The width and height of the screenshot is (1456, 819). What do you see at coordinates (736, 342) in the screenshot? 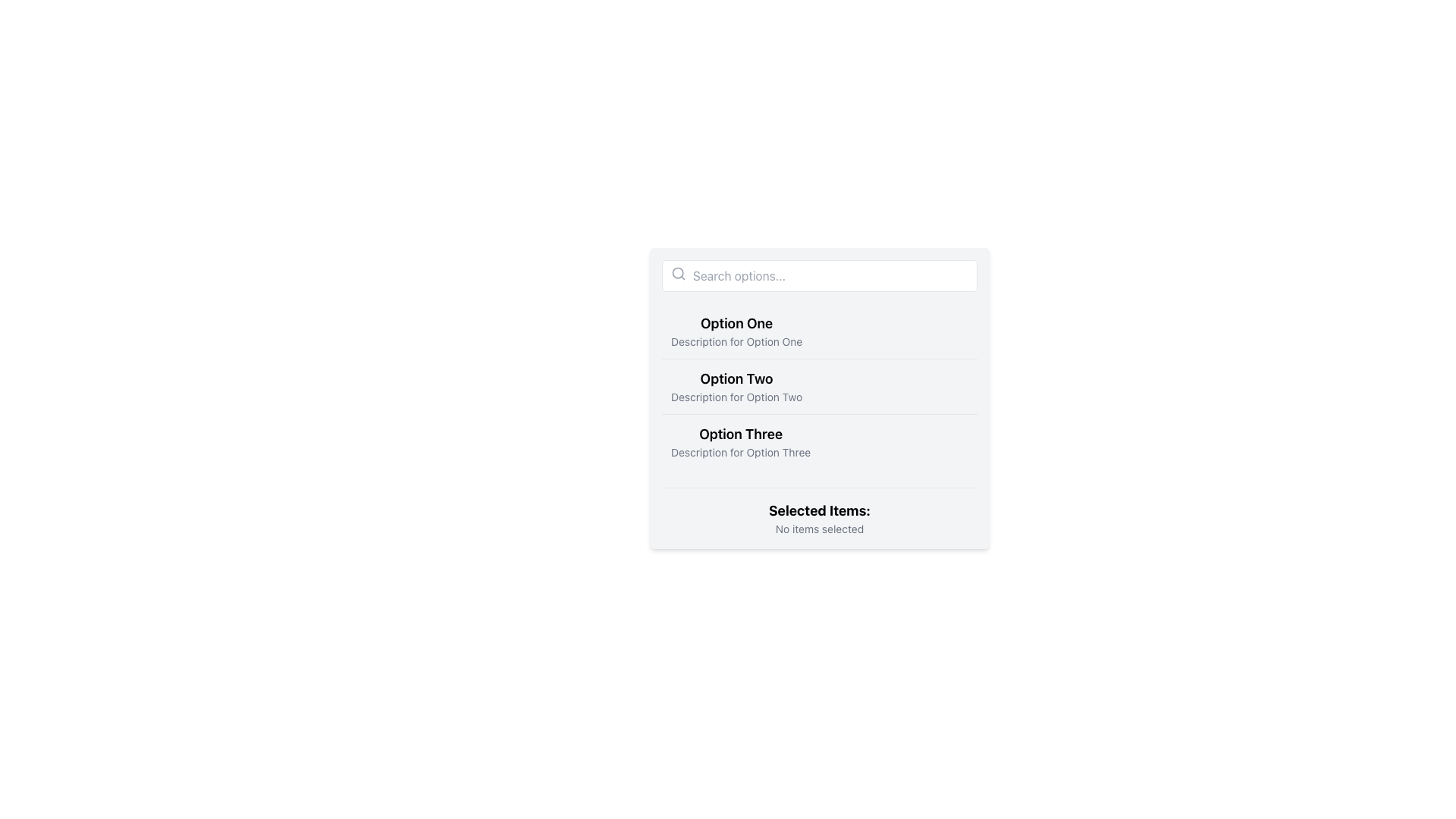
I see `description provided by the text label located beneath the bold 'Option One' text in the dropdown list` at bounding box center [736, 342].